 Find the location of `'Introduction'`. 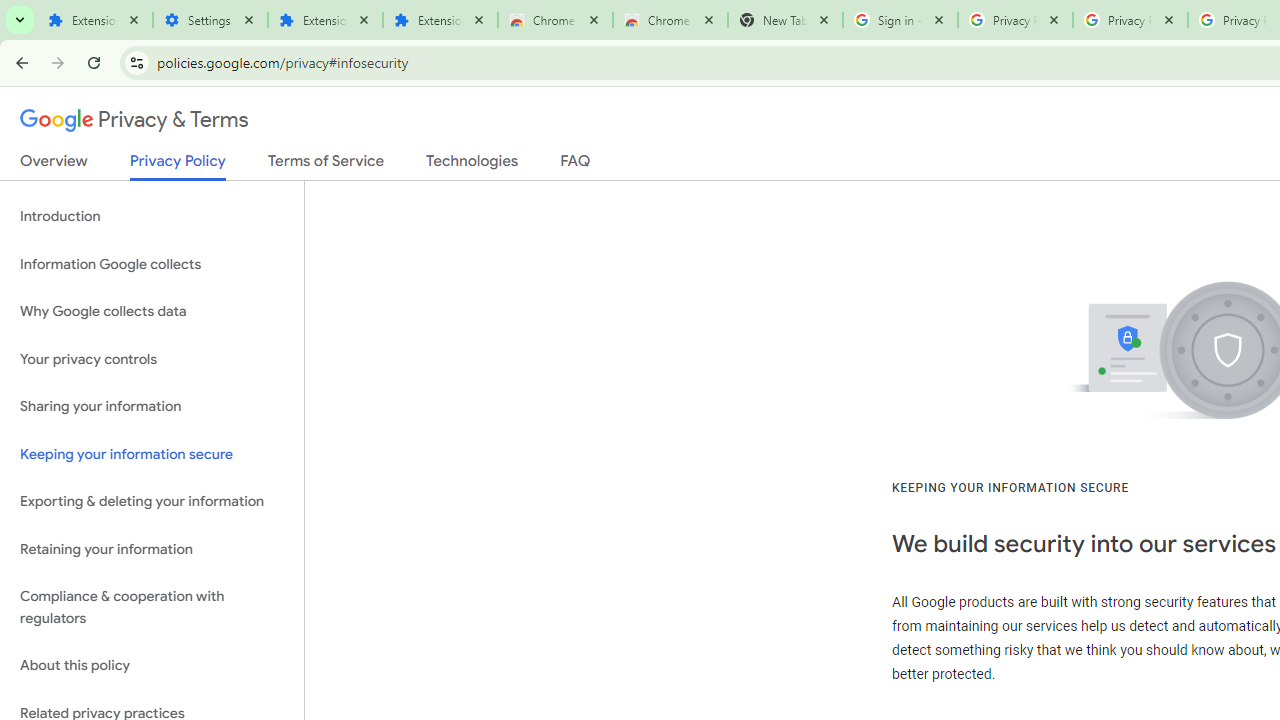

'Introduction' is located at coordinates (151, 217).